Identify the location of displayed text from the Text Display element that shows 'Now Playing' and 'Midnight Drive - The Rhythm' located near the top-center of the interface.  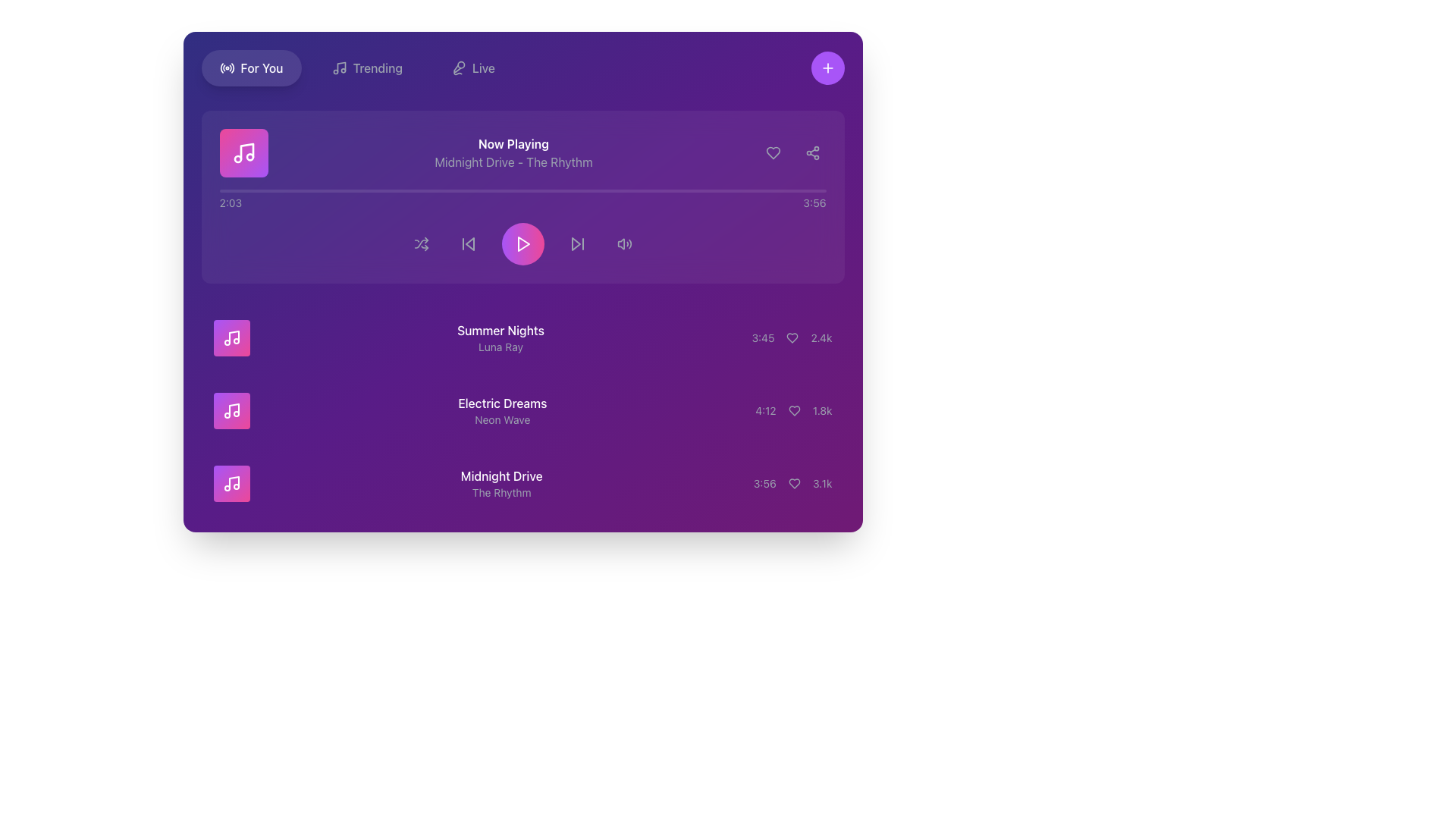
(513, 152).